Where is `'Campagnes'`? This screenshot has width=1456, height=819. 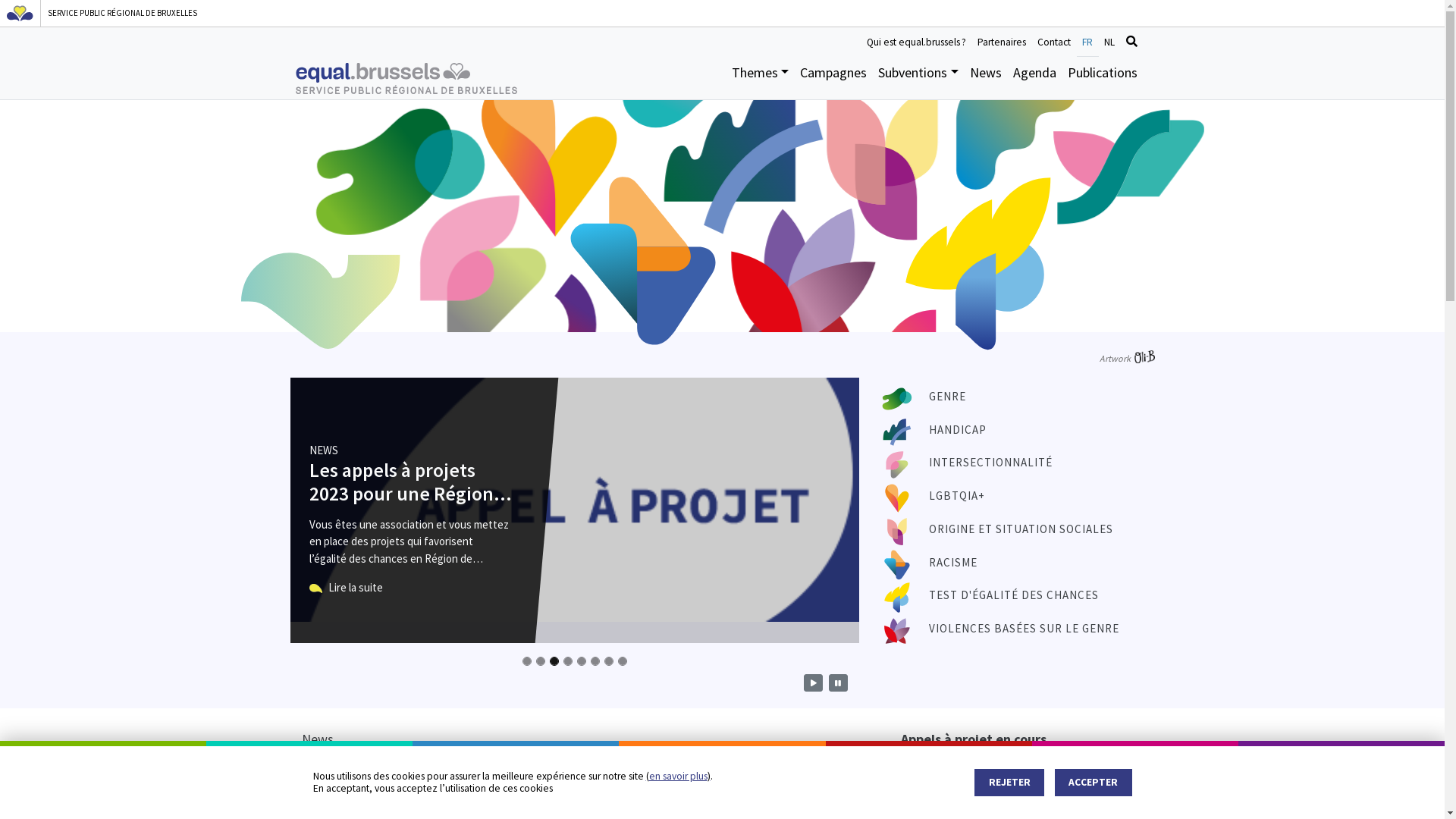 'Campagnes' is located at coordinates (833, 77).